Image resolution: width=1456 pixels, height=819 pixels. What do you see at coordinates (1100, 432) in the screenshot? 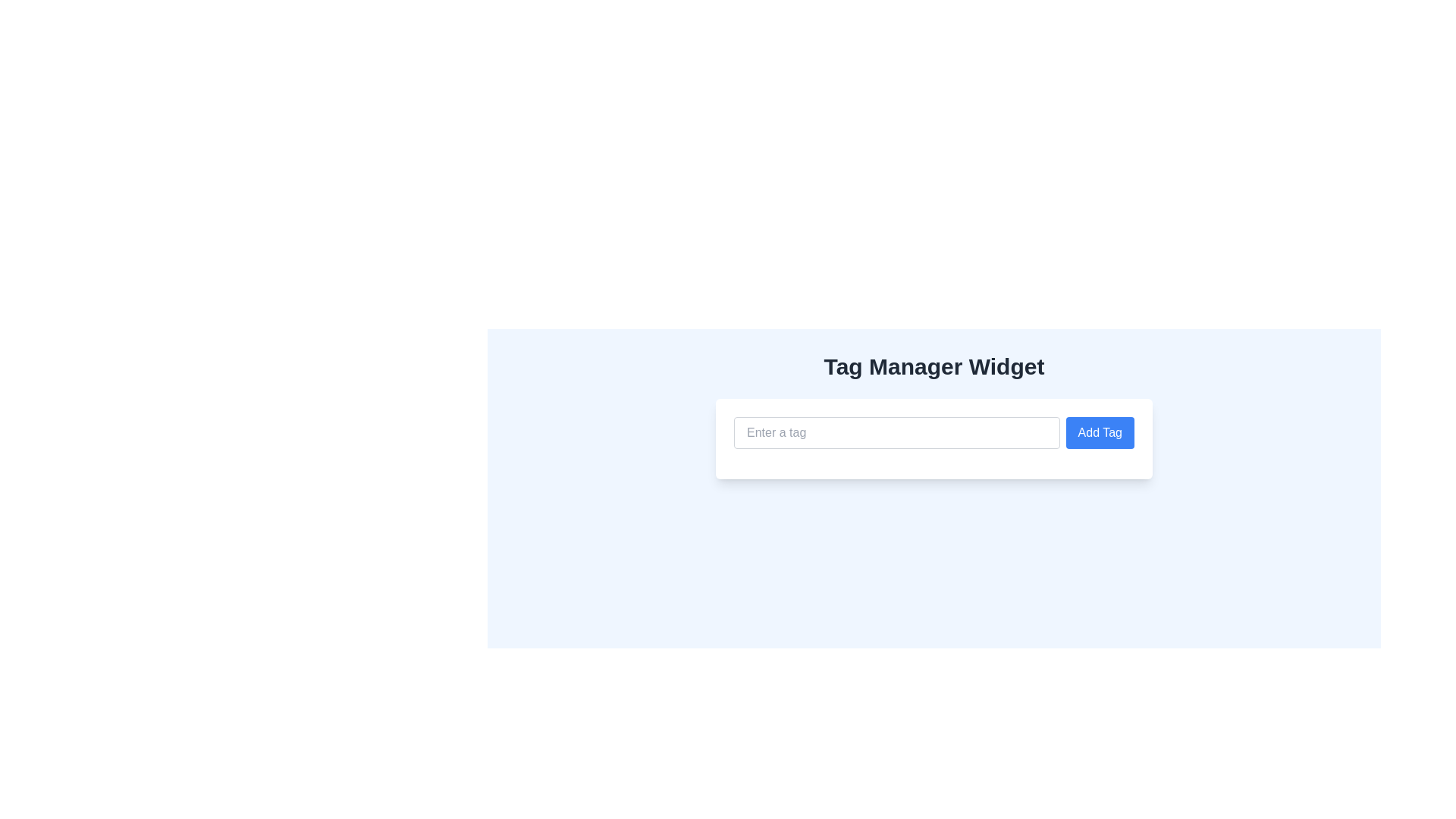
I see `the 'Add Tag' button with a bold blue background and white text` at bounding box center [1100, 432].